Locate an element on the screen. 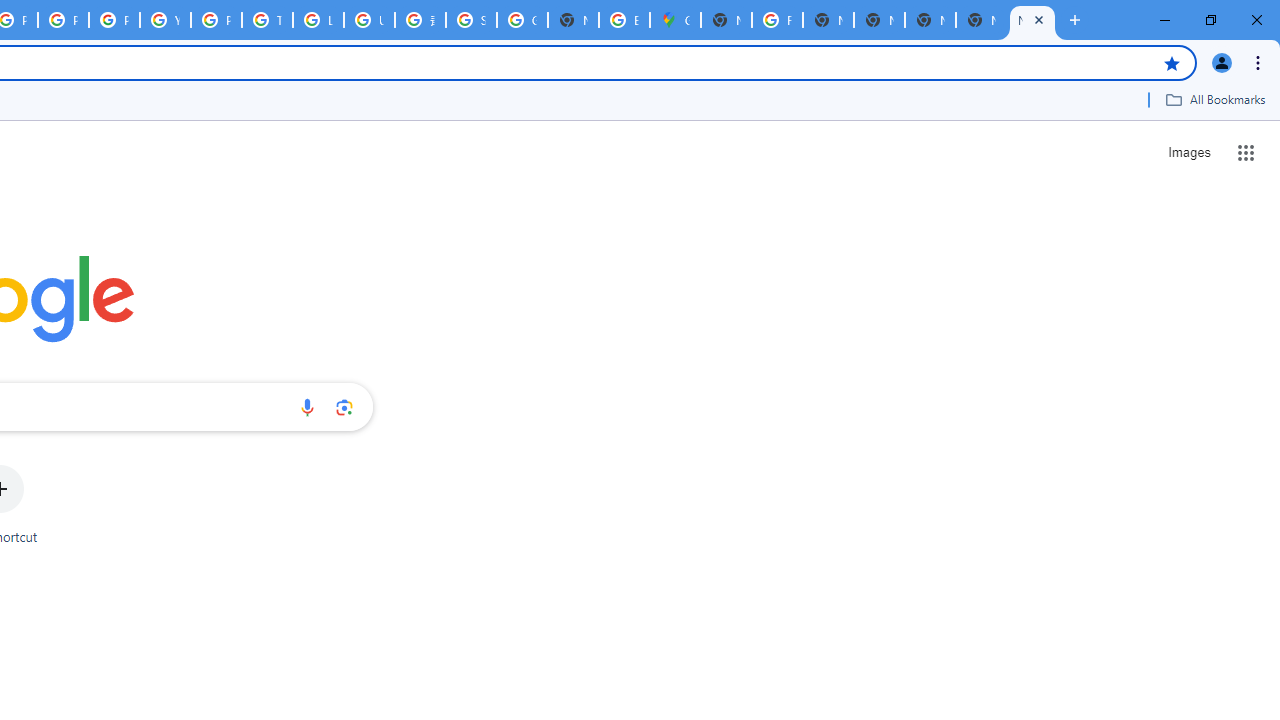  'Privacy Help Center - Policies Help' is located at coordinates (64, 20).